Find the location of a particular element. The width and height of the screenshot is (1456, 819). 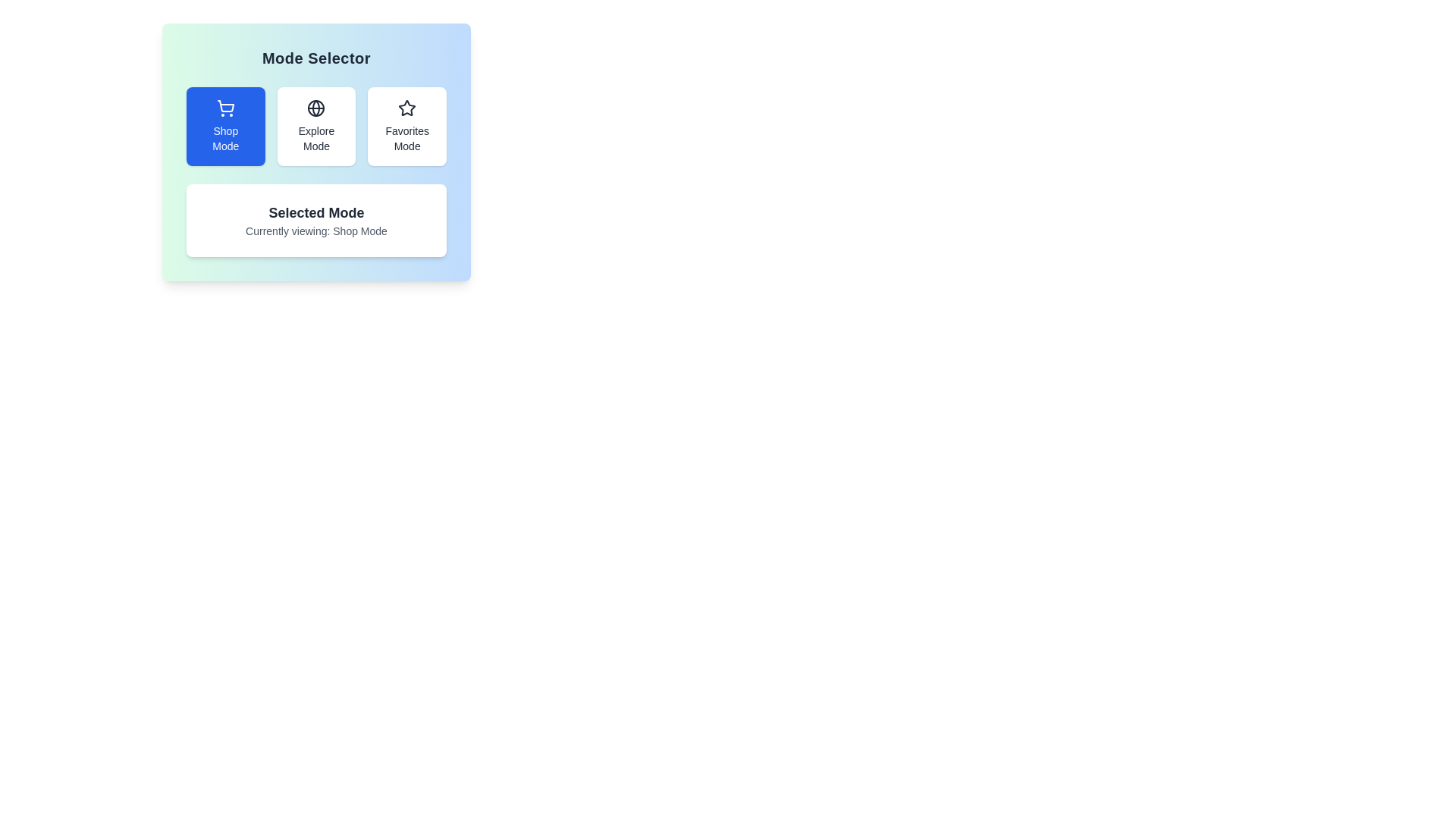

the 'Explore Mode' button, which is a rounded button with a white background and gray text, located centrally between the 'Shop Mode' and 'Favorites Mode' buttons, under the 'Mode Selector' header is located at coordinates (315, 125).